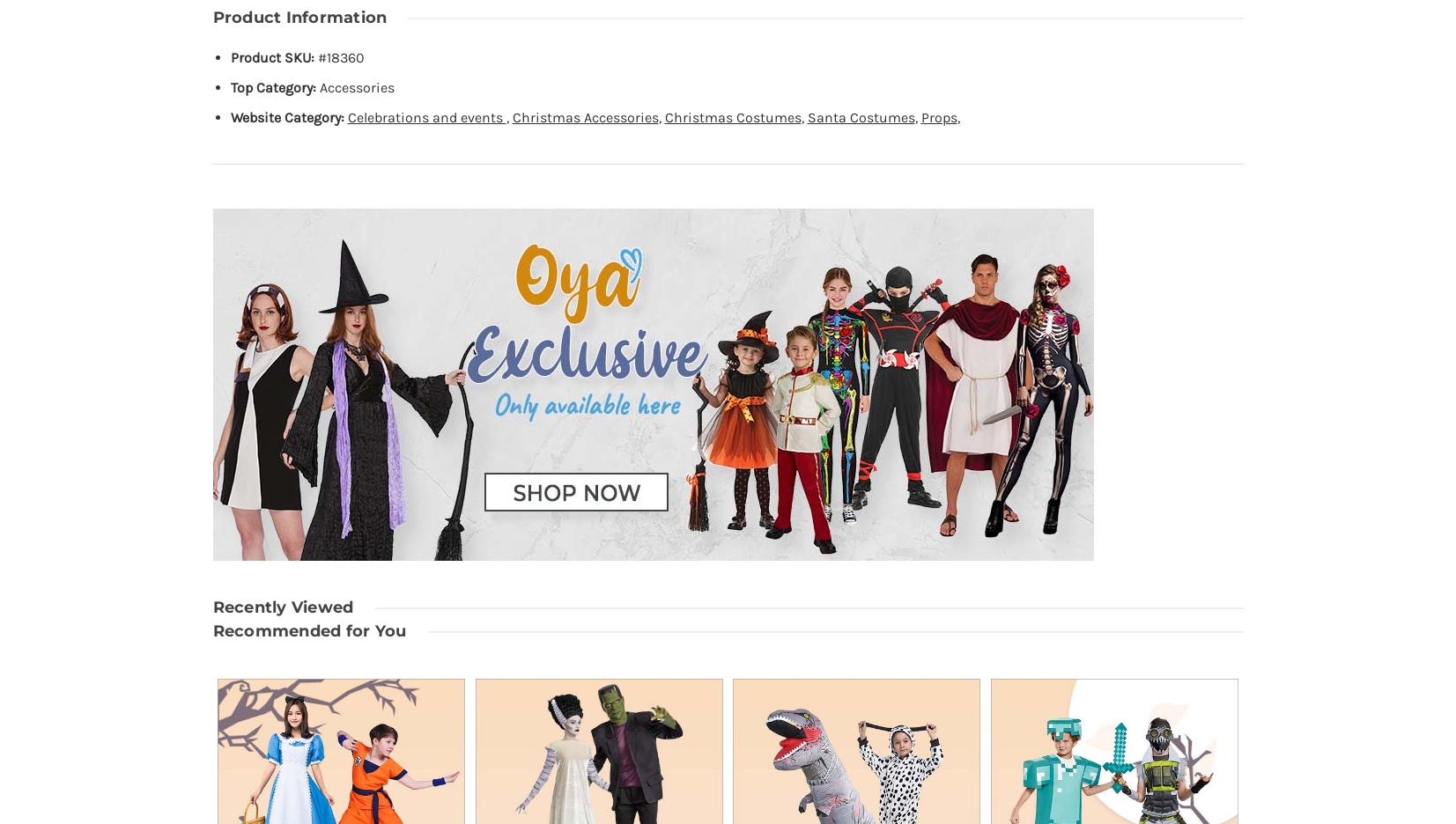 This screenshot has width=1456, height=824. What do you see at coordinates (270, 57) in the screenshot?
I see `'Product SKU:'` at bounding box center [270, 57].